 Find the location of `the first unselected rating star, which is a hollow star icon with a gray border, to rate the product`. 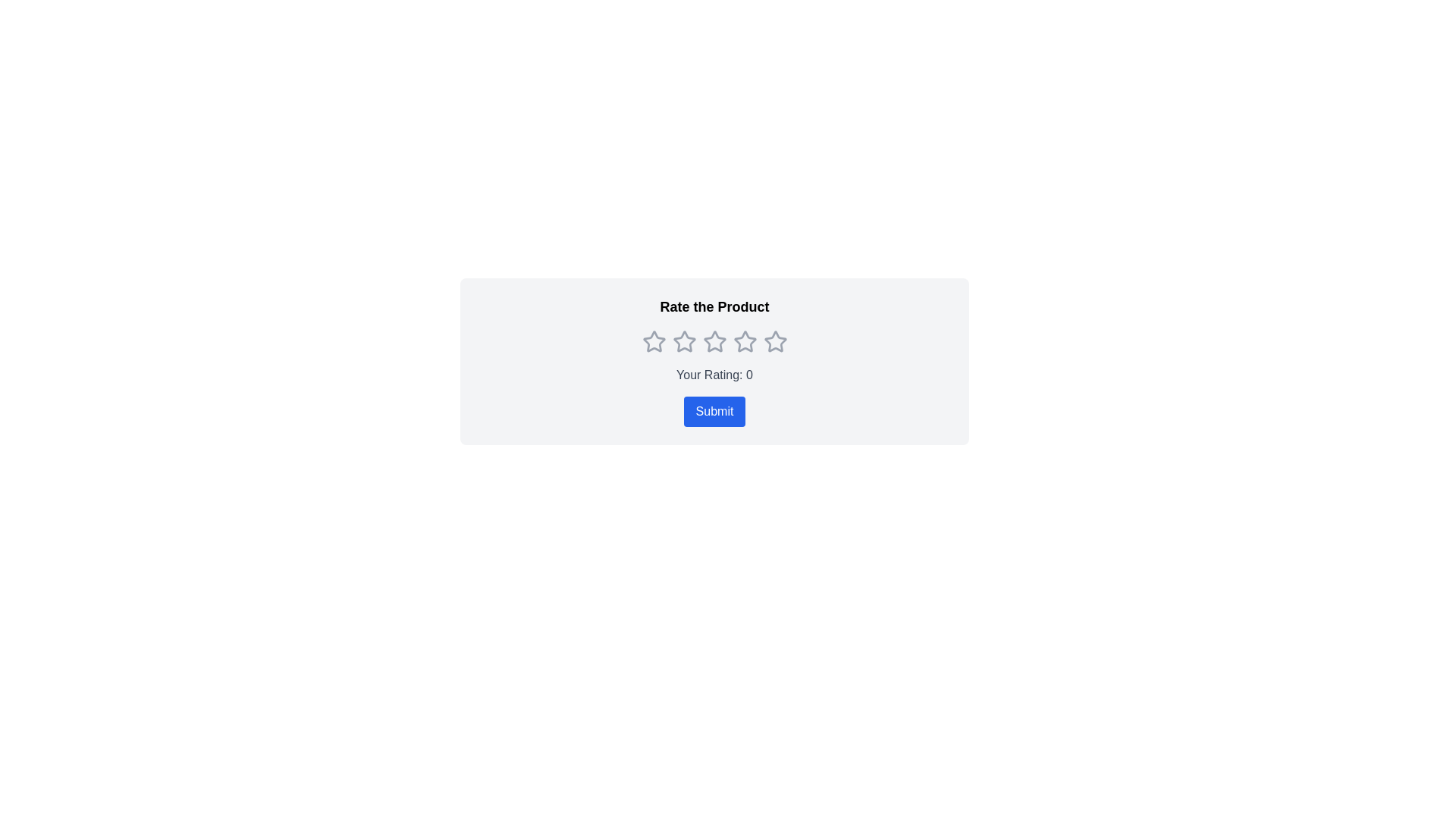

the first unselected rating star, which is a hollow star icon with a gray border, to rate the product is located at coordinates (654, 342).